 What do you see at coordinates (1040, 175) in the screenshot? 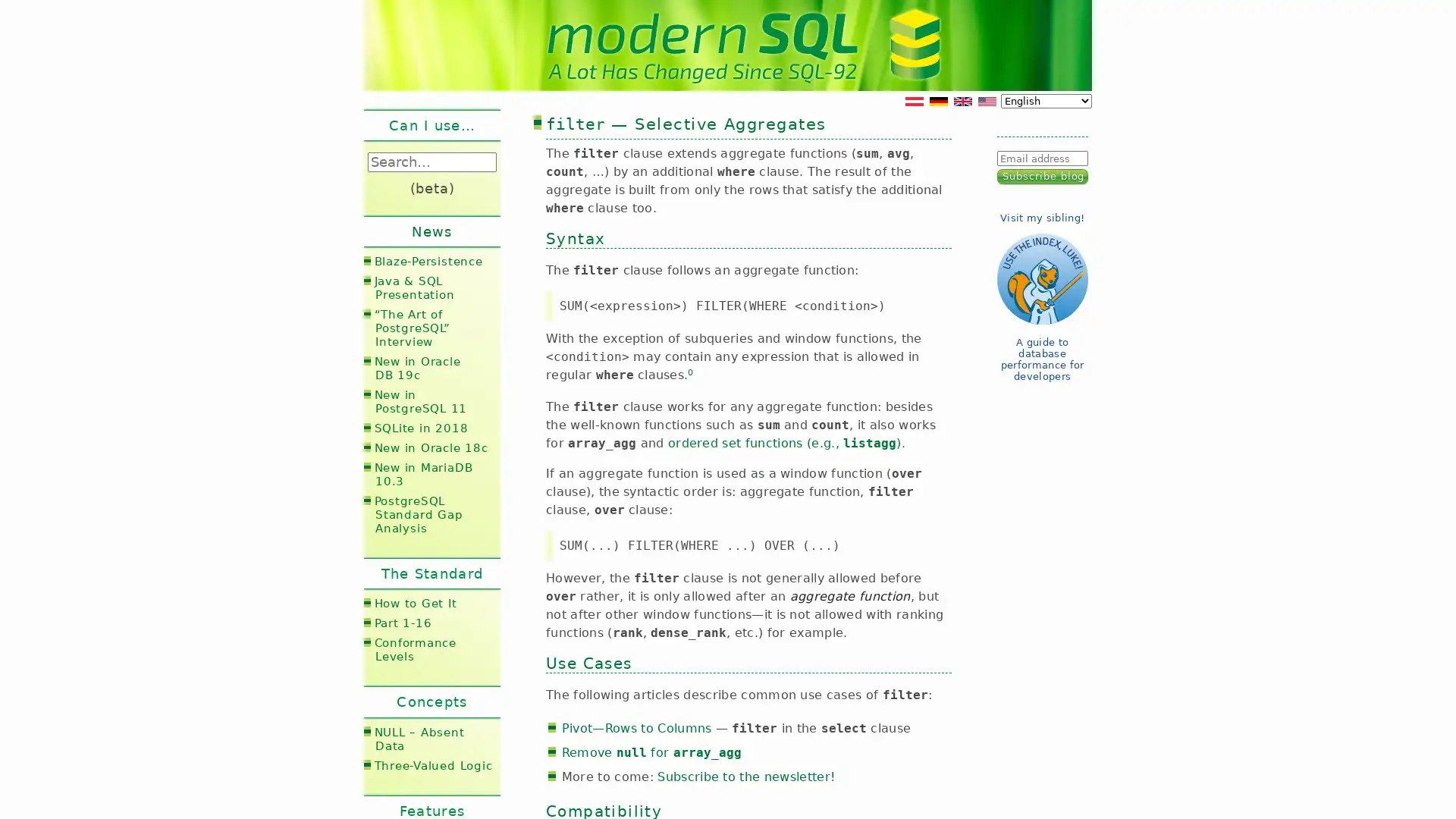
I see `Subscribe blog` at bounding box center [1040, 175].